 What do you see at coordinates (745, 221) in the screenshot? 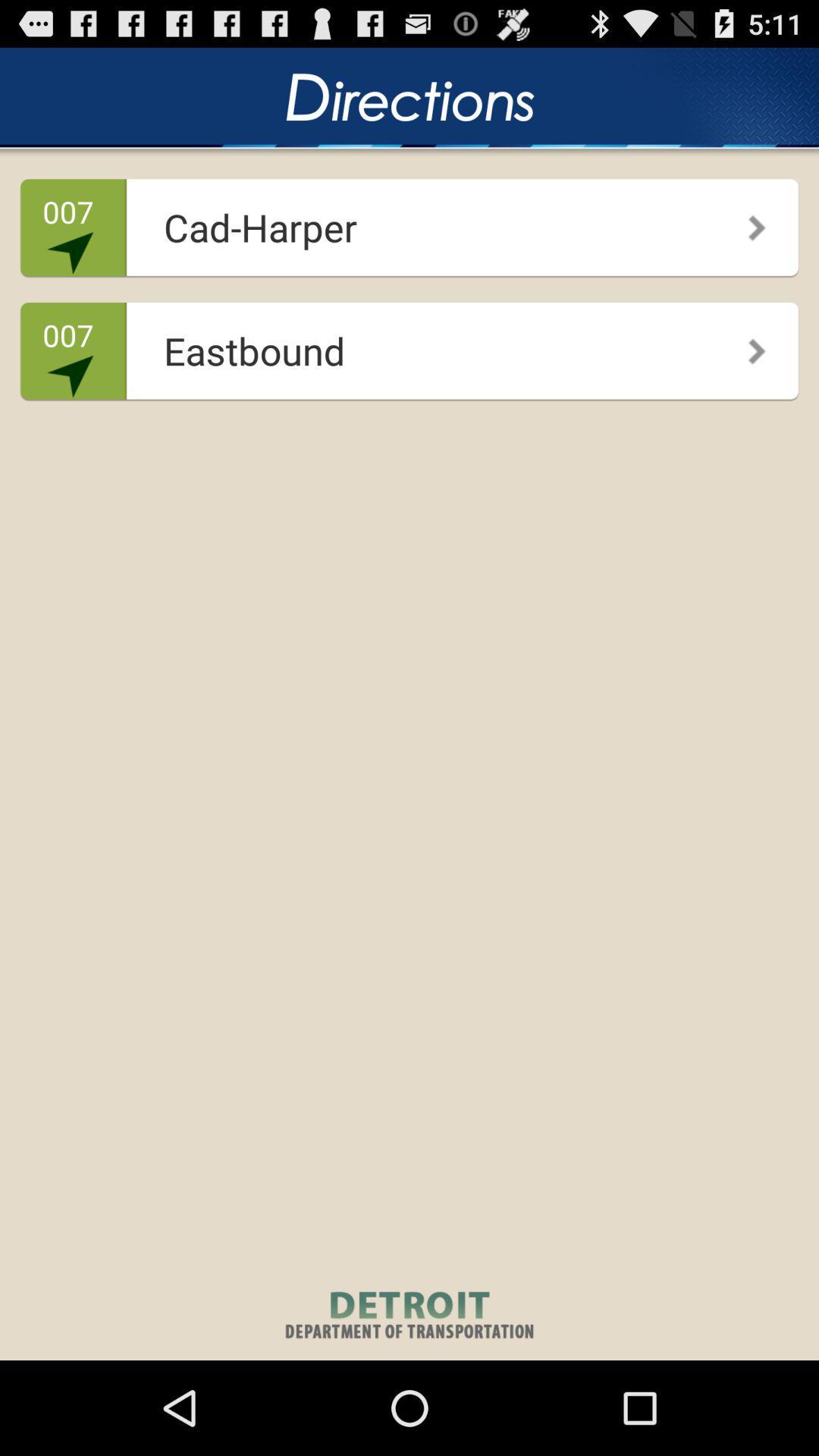
I see `app next to the cad-harper item` at bounding box center [745, 221].